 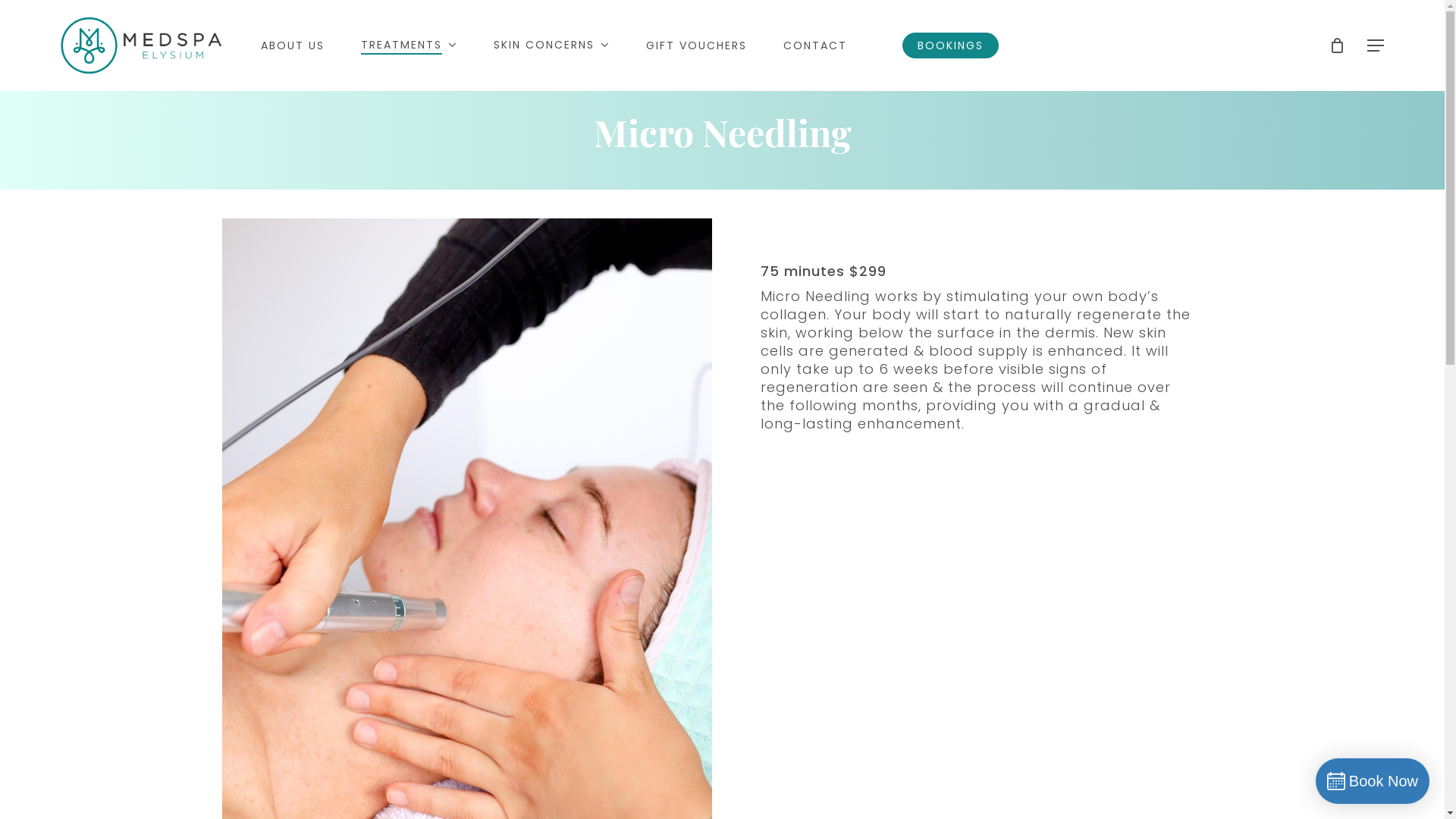 What do you see at coordinates (1372, 780) in the screenshot?
I see `'Book Now'` at bounding box center [1372, 780].